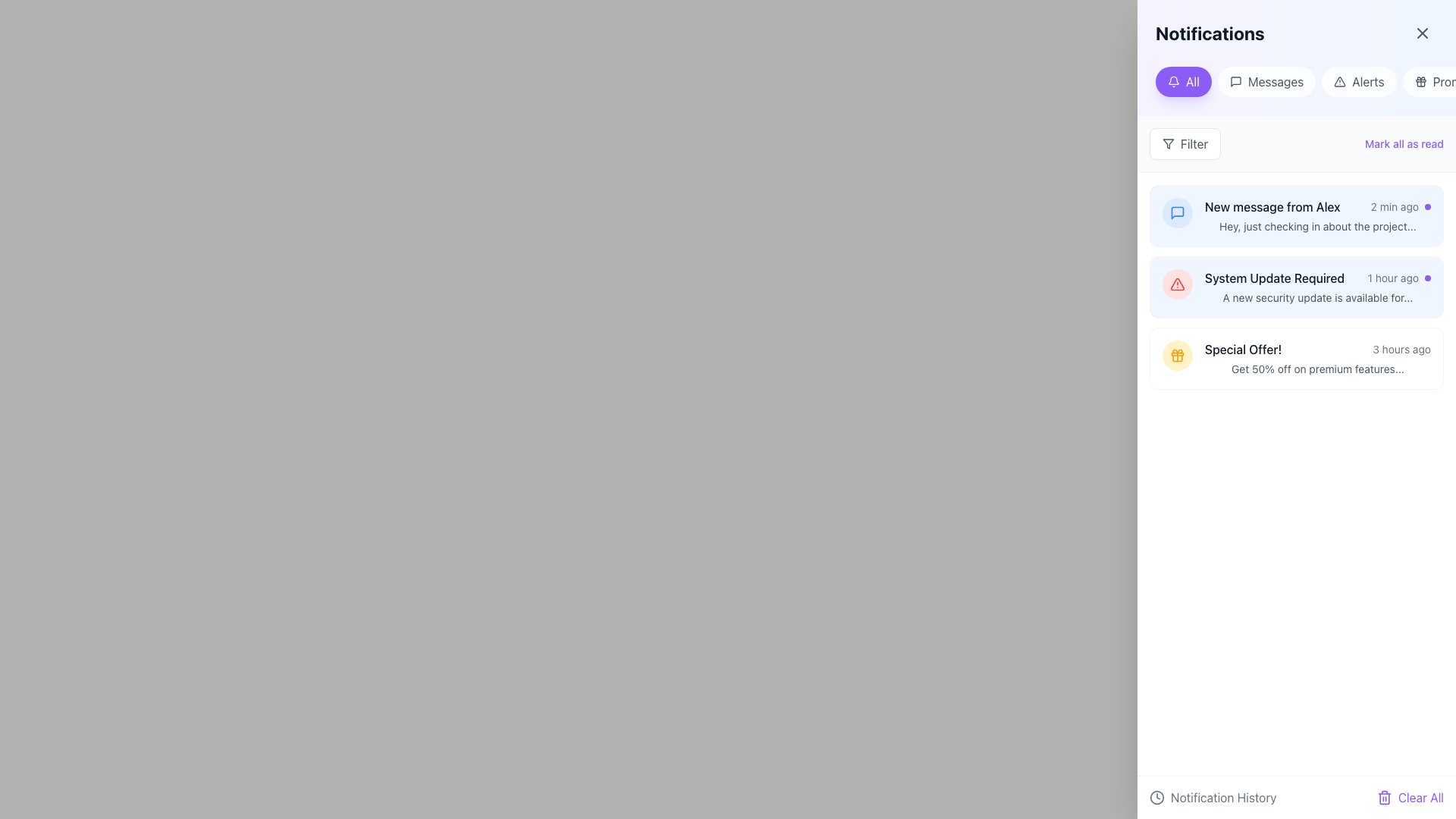 The height and width of the screenshot is (819, 1456). What do you see at coordinates (1156, 797) in the screenshot?
I see `the circular clock icon with a white interior and a black outline, located to the left of the 'Notification History' text in the footer` at bounding box center [1156, 797].